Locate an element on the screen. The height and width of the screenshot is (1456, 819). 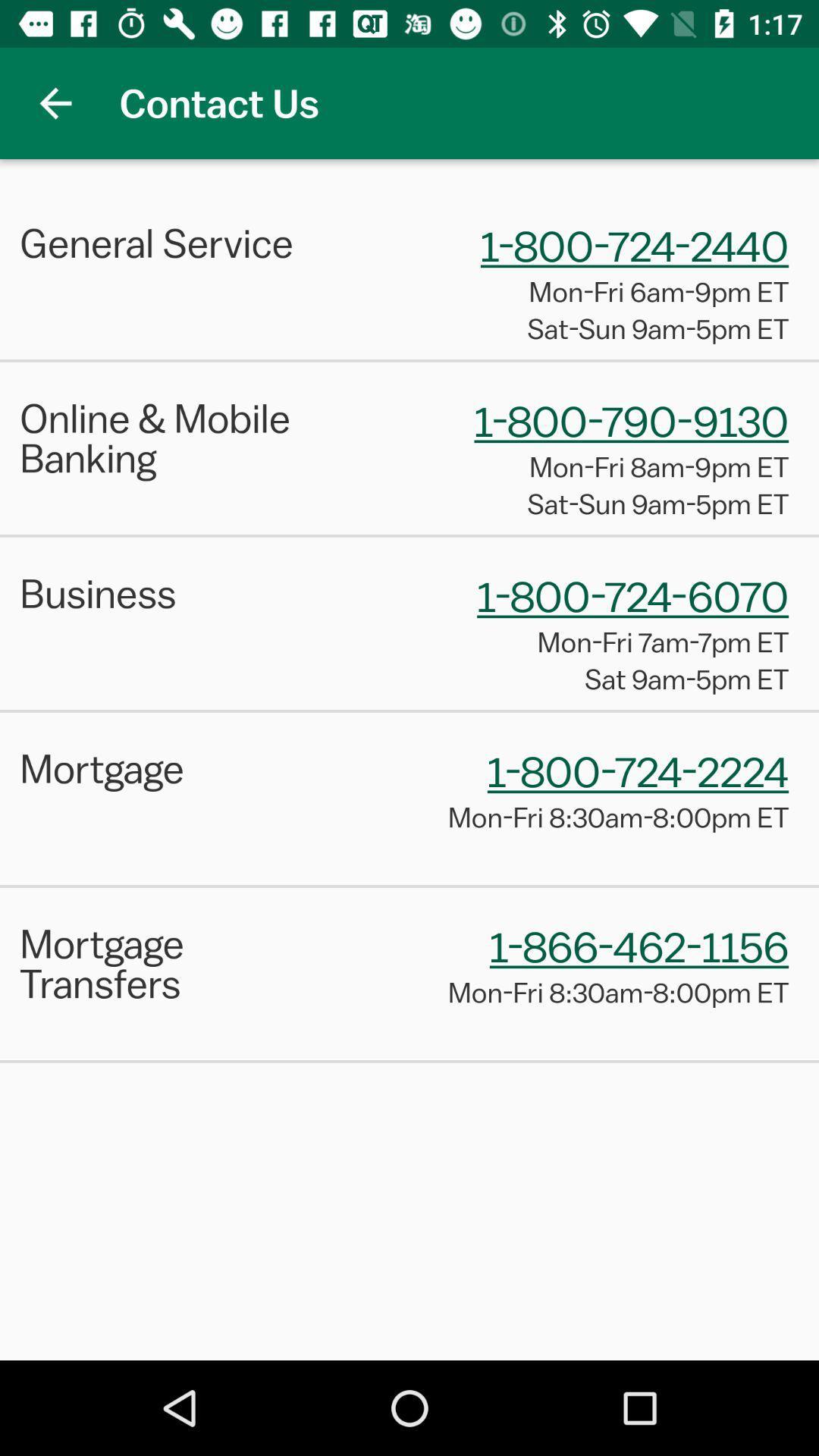
icon to the right of the mortgage transfers item is located at coordinates (639, 945).